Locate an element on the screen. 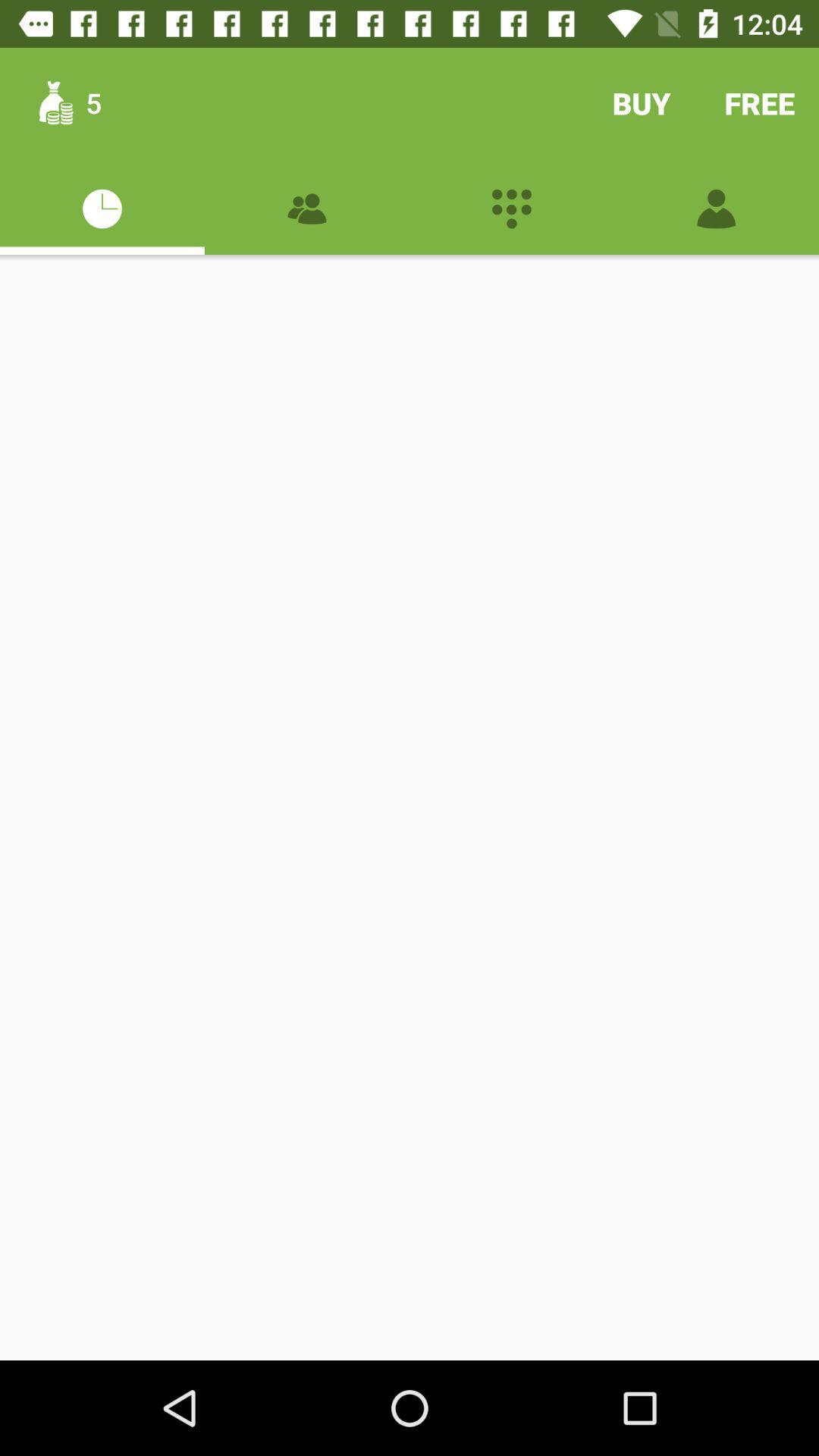 The height and width of the screenshot is (1456, 819). the icon next to buy item is located at coordinates (760, 102).